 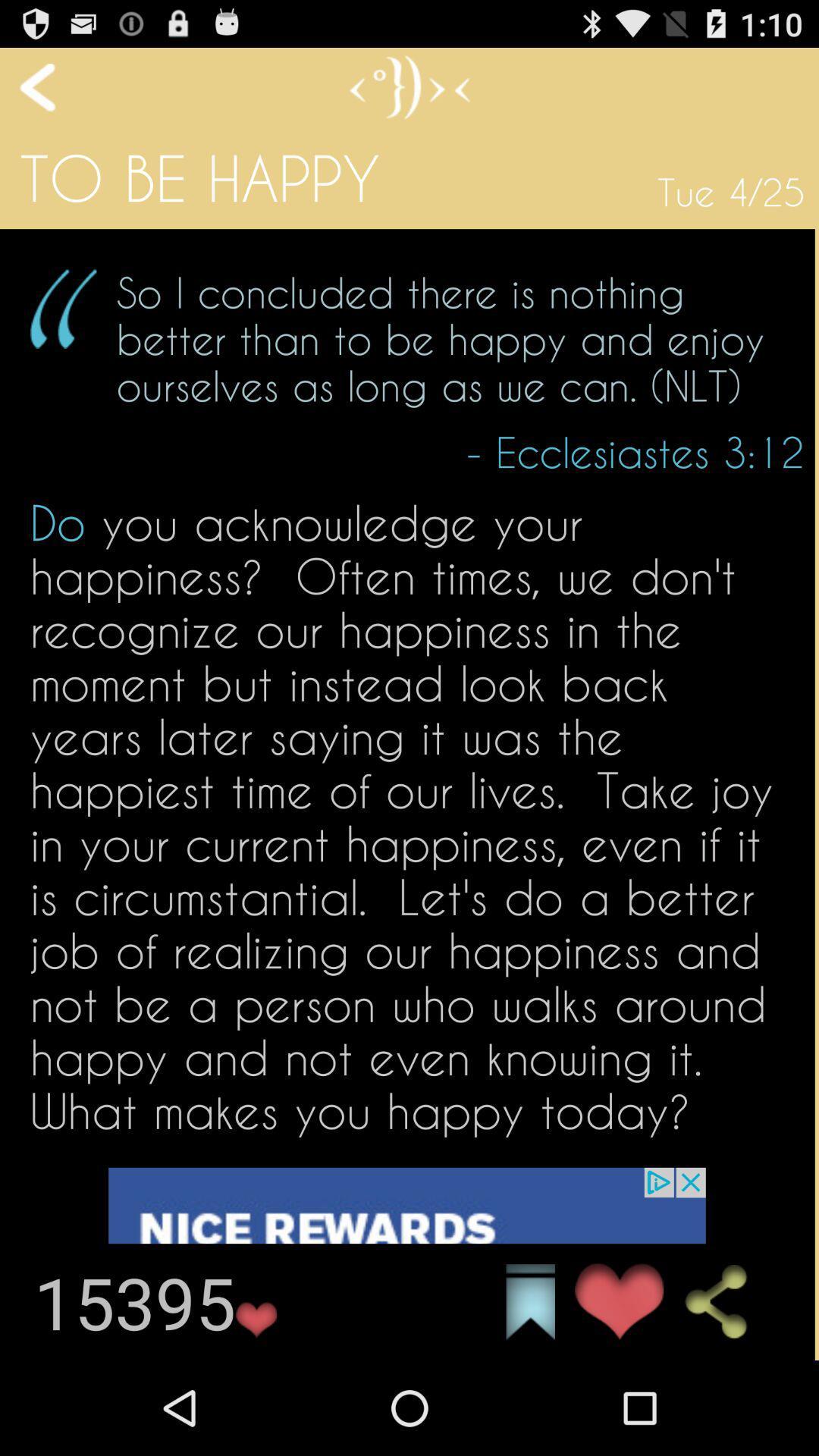 I want to click on advertisement, so click(x=406, y=1263).